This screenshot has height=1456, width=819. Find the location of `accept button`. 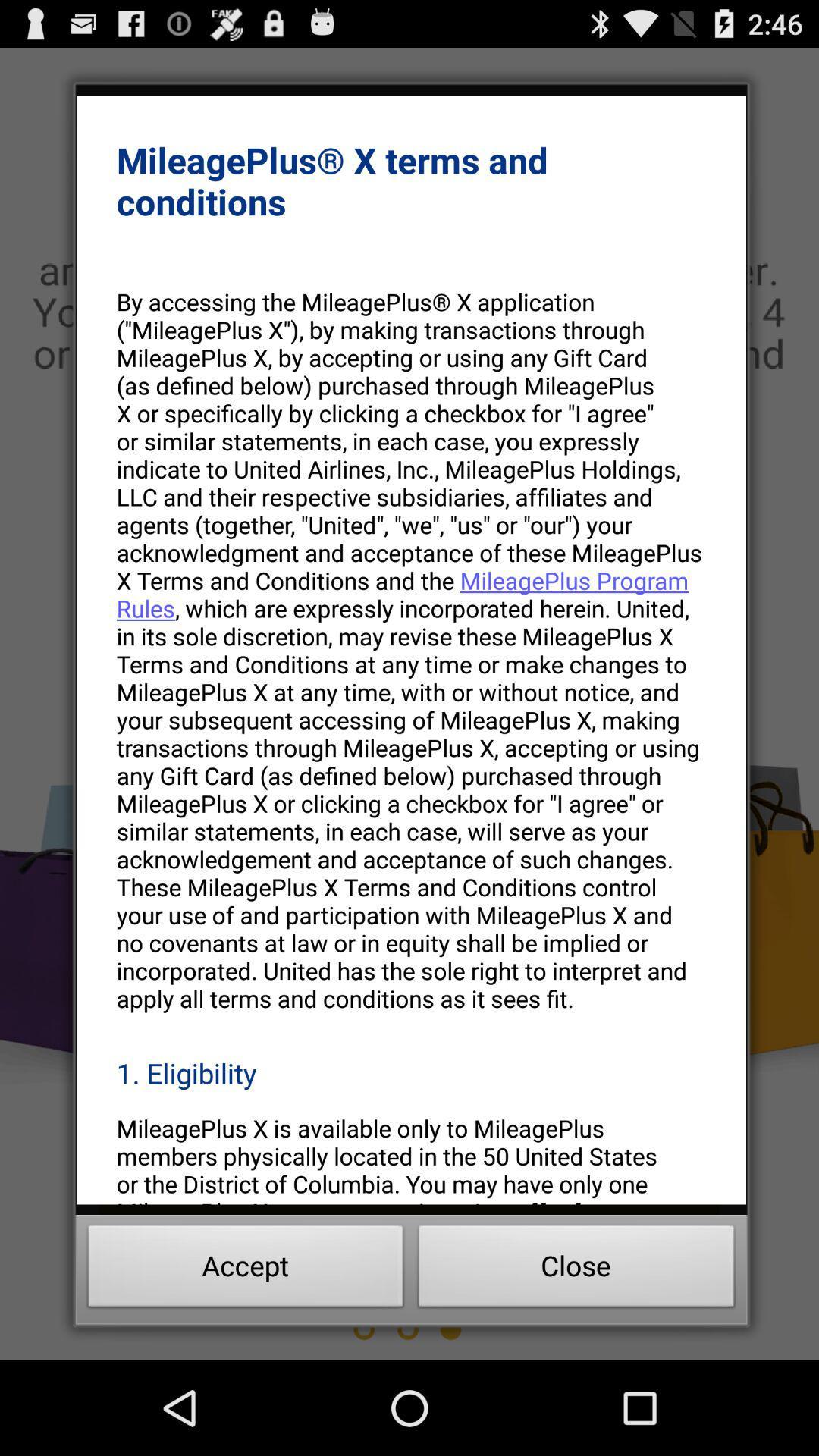

accept button is located at coordinates (245, 1270).